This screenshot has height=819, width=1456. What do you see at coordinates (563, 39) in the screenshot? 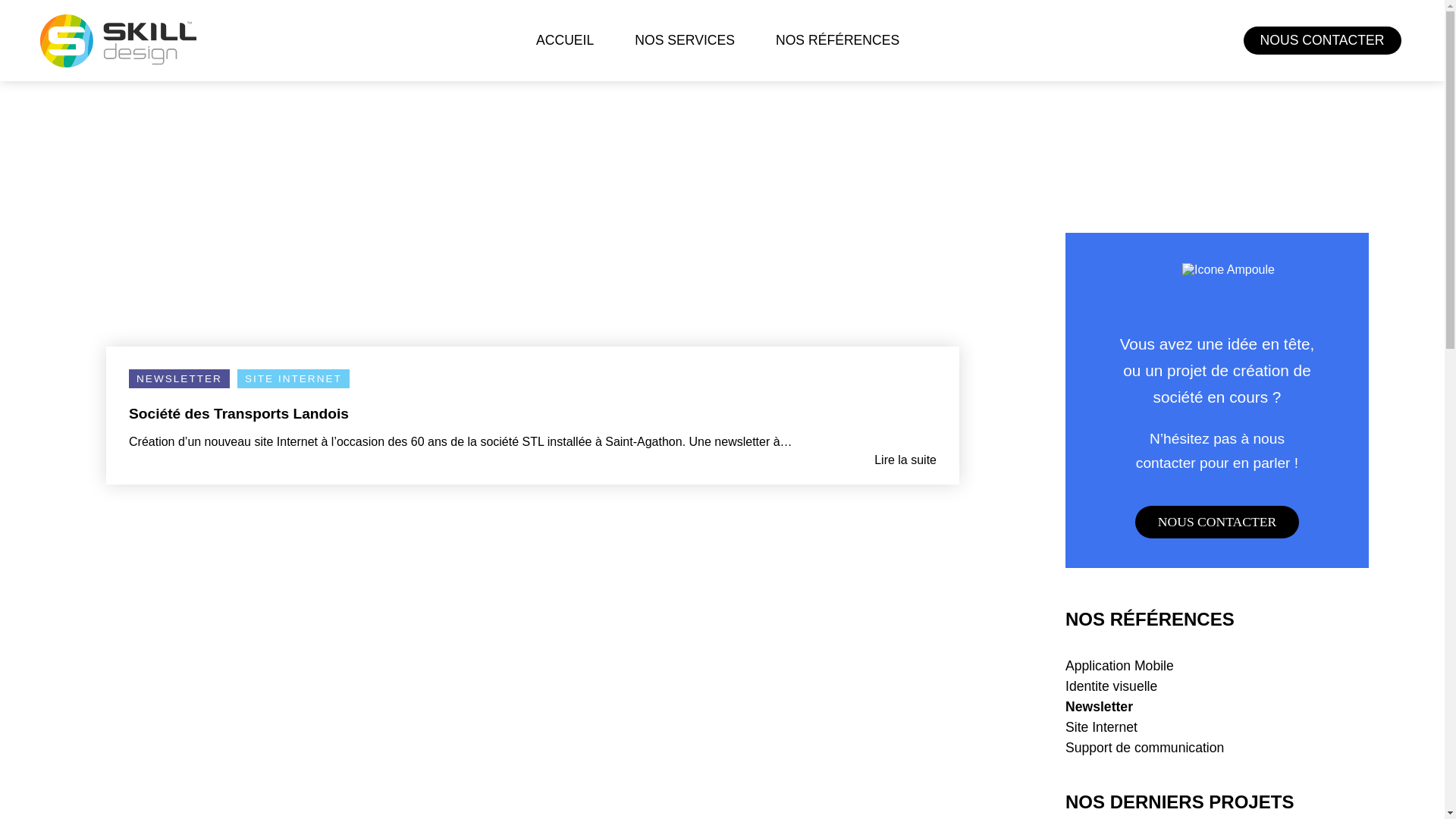
I see `'ACCUEIL'` at bounding box center [563, 39].